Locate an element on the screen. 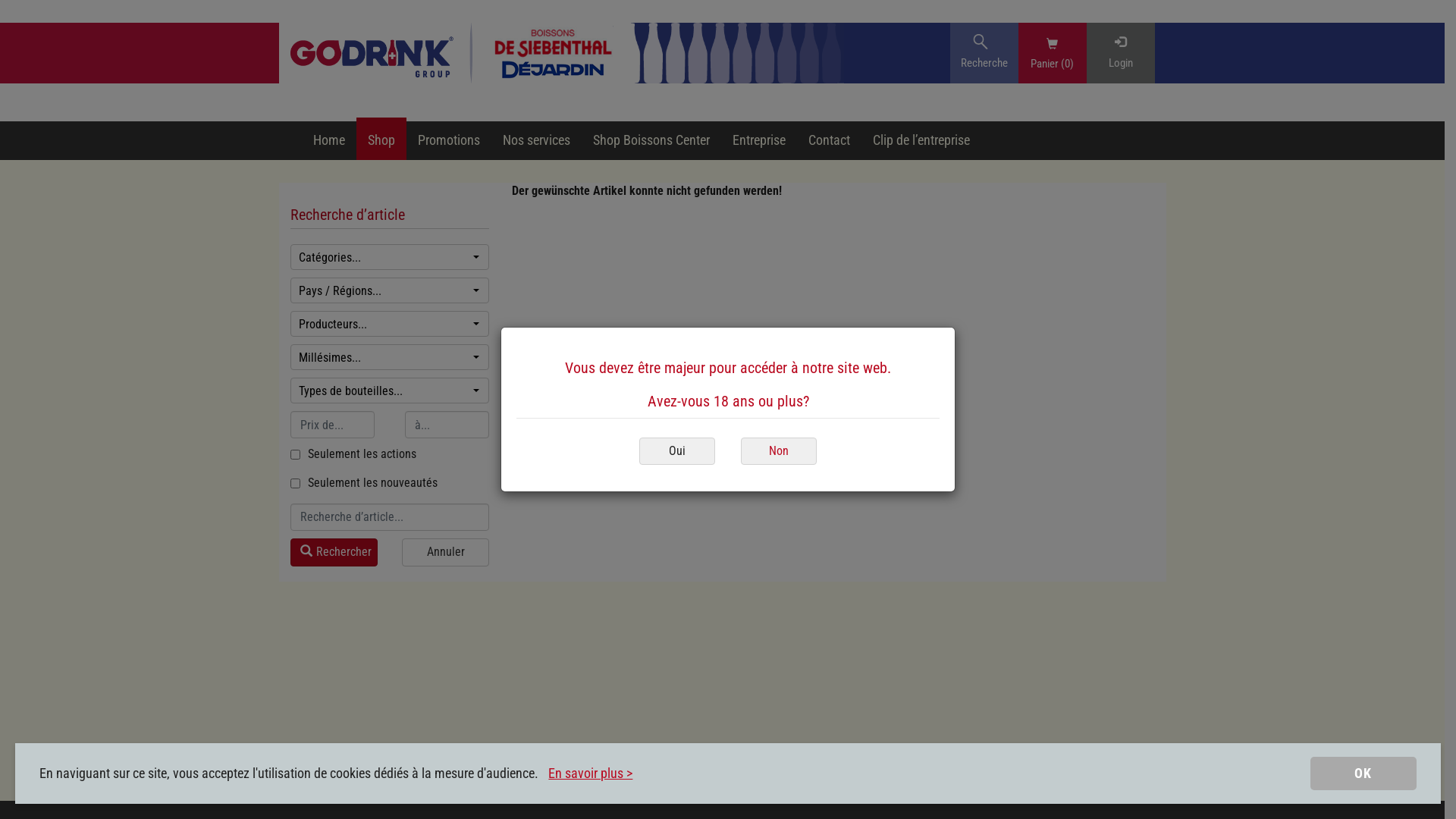 This screenshot has width=1456, height=819. 'Promotions' is located at coordinates (447, 140).